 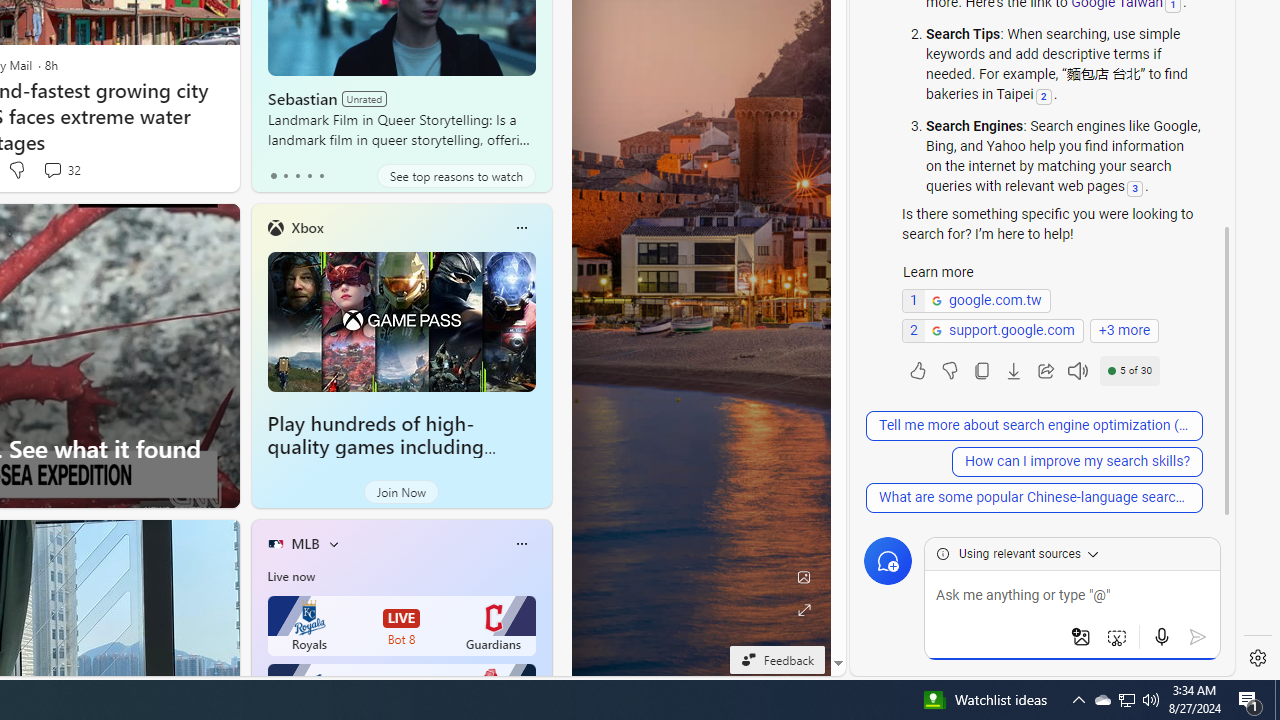 What do you see at coordinates (400, 492) in the screenshot?
I see `'Join Now'` at bounding box center [400, 492].